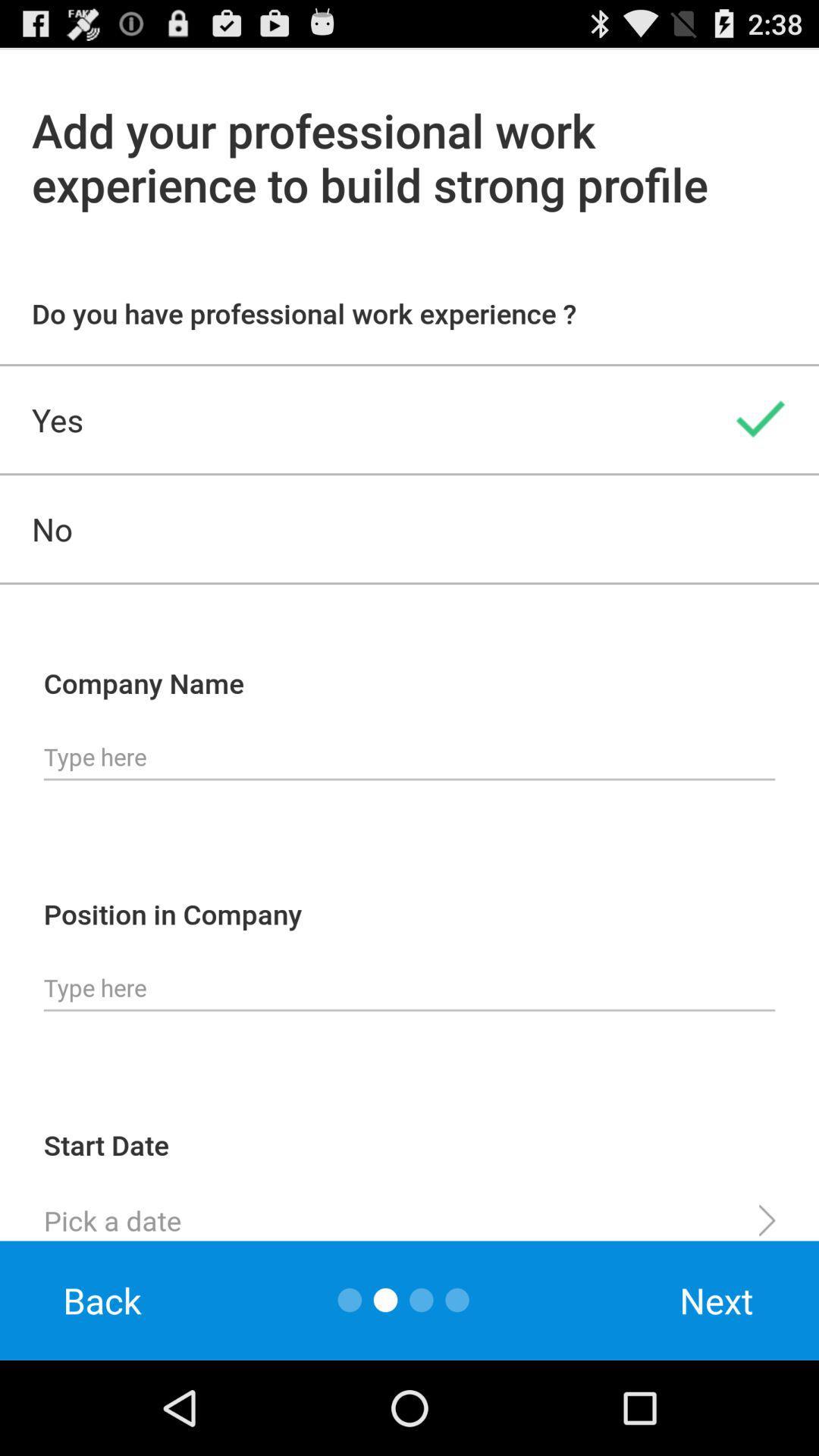 The height and width of the screenshot is (1456, 819). Describe the element at coordinates (409, 988) in the screenshot. I see `write your position in company` at that location.